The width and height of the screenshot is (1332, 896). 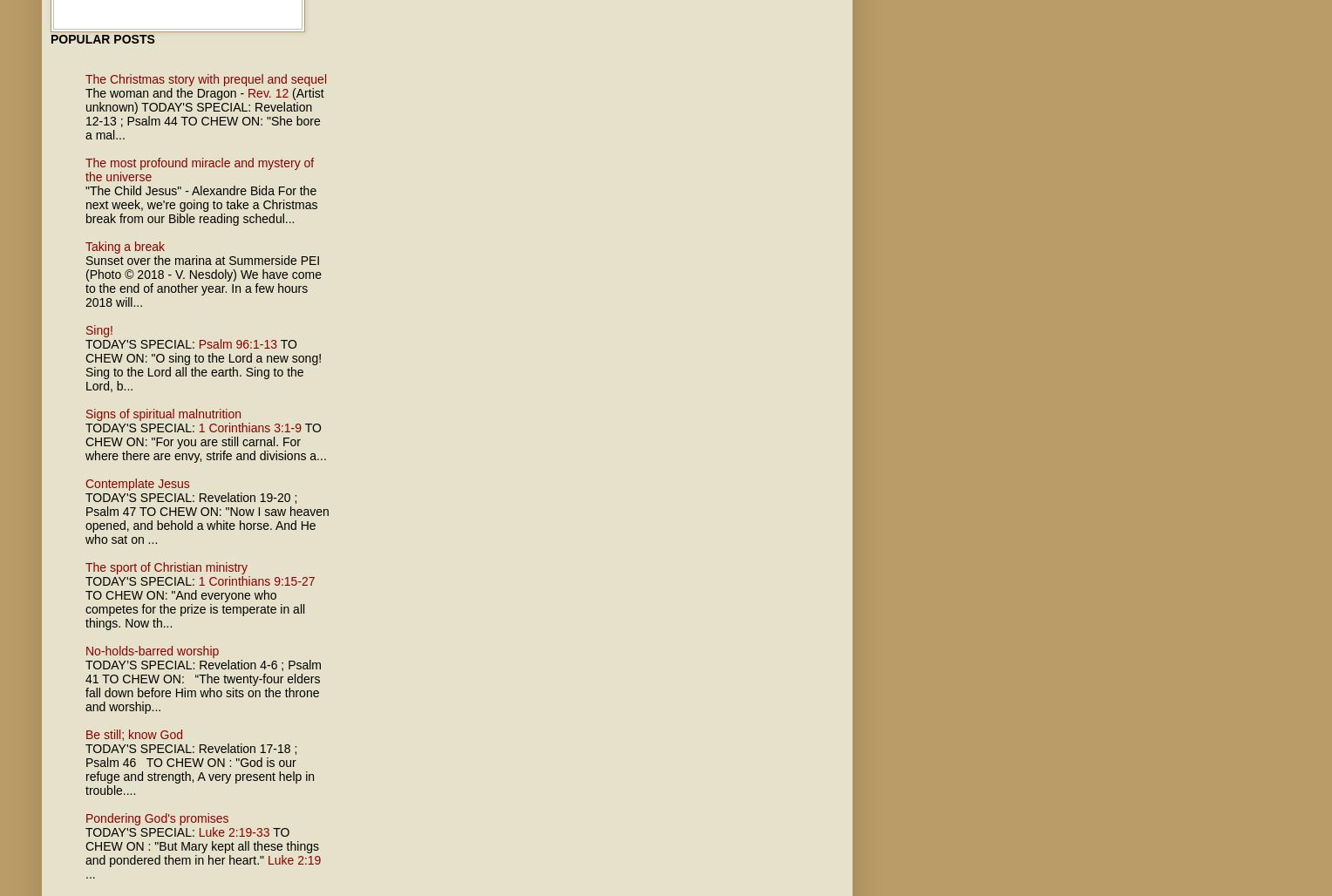 What do you see at coordinates (125, 247) in the screenshot?
I see `'Taking a break'` at bounding box center [125, 247].